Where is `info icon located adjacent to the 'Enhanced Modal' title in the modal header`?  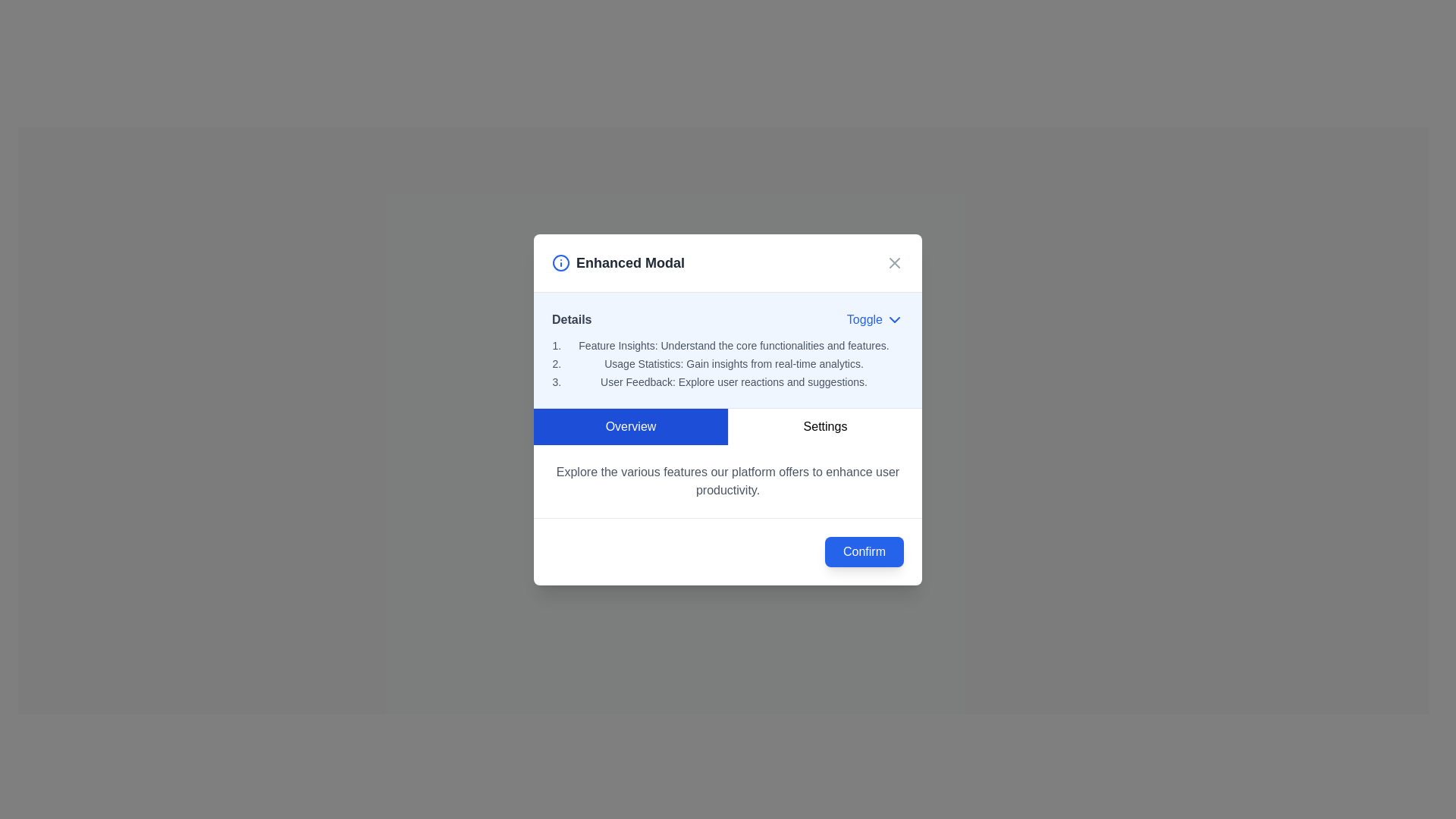 info icon located adjacent to the 'Enhanced Modal' title in the modal header is located at coordinates (728, 262).